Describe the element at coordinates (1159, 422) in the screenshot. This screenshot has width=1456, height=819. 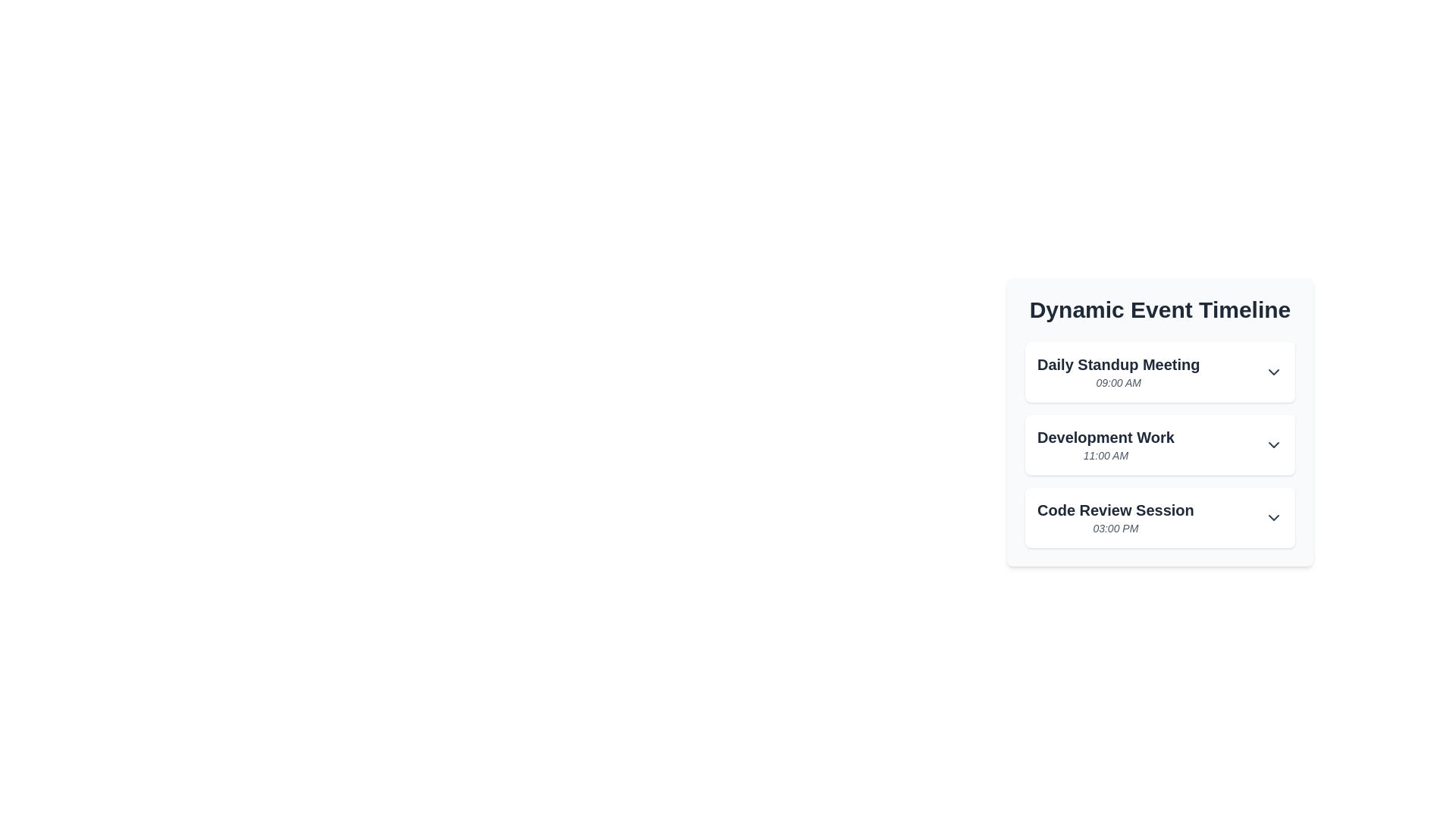
I see `the second event card in the timeline that displays 'Development Work' scheduled at '11:00 AM'` at that location.